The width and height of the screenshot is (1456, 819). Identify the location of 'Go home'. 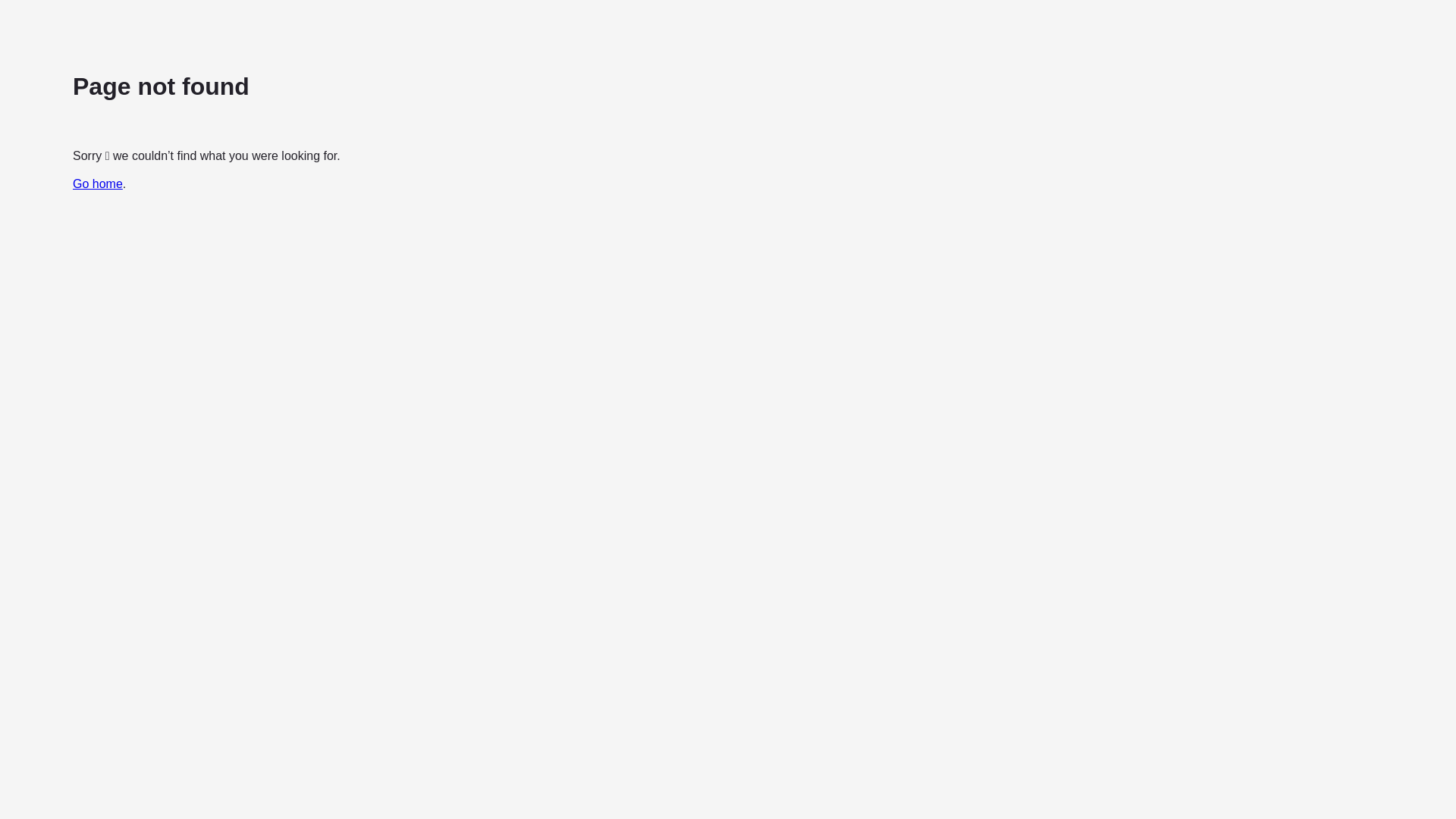
(72, 183).